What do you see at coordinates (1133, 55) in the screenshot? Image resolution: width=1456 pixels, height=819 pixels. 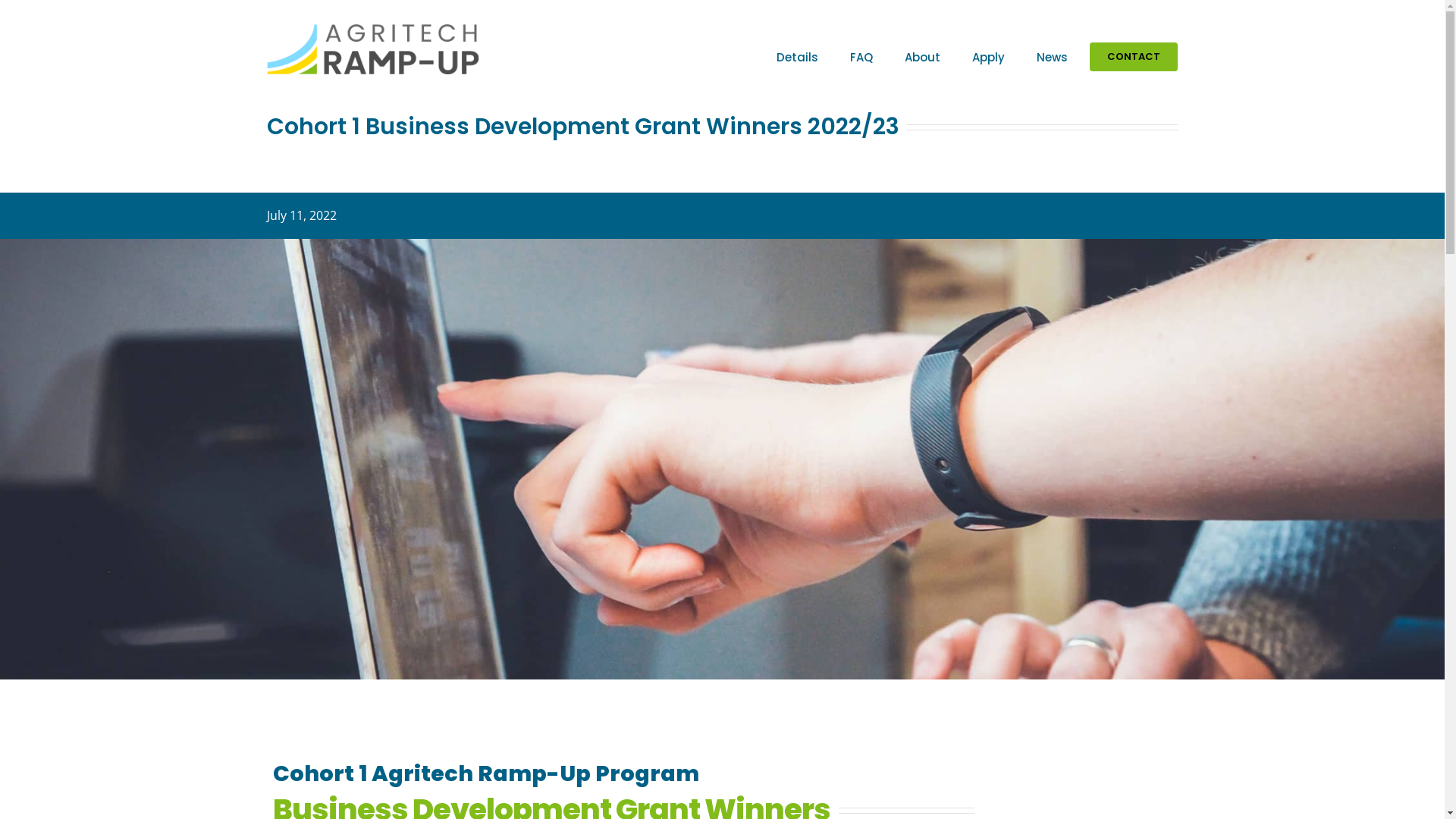 I see `'CONTACT'` at bounding box center [1133, 55].